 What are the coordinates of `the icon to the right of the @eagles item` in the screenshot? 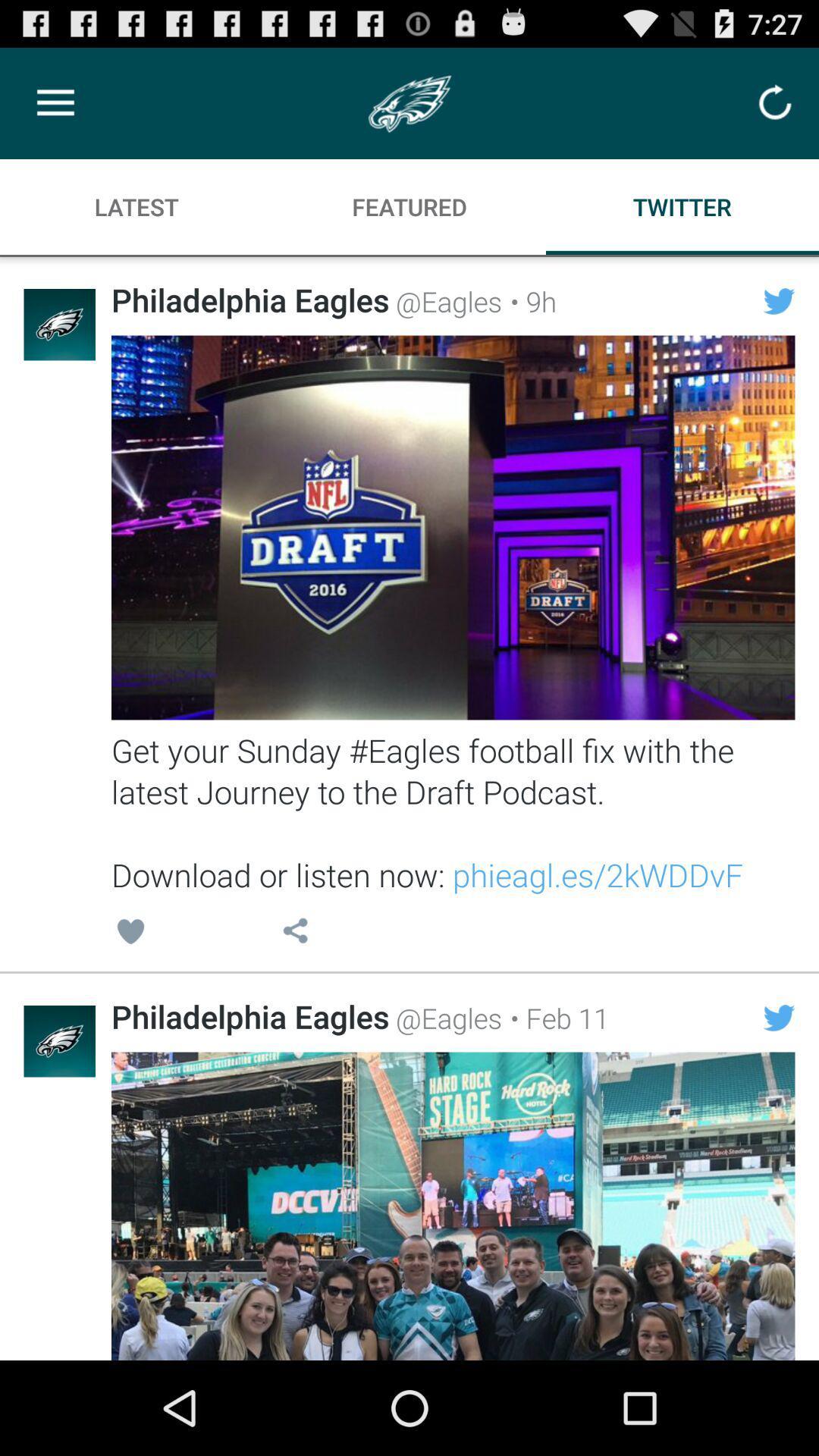 It's located at (529, 301).